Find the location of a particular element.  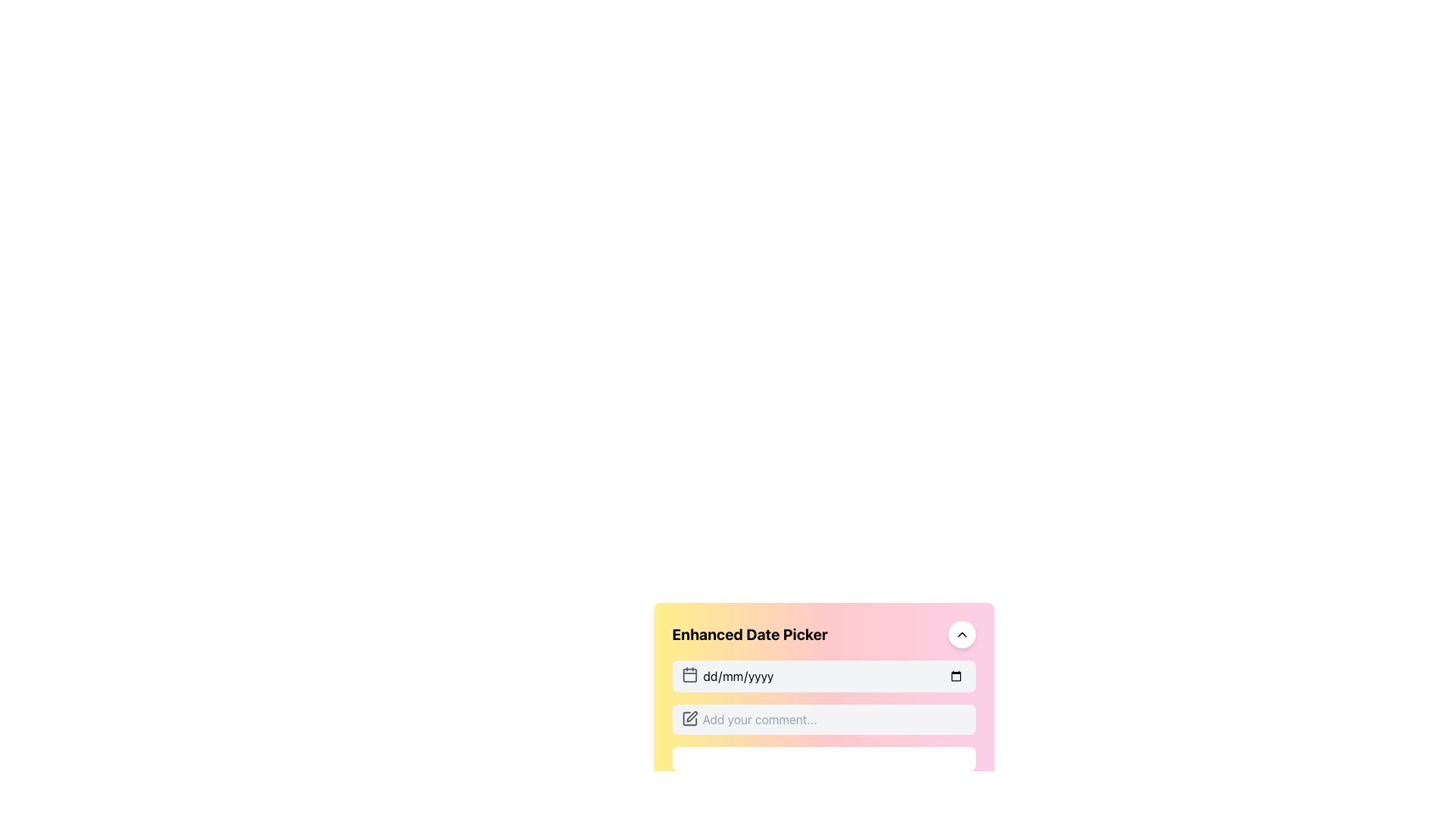

the upward-pointing chevron icon inside the white circular button in the top-right corner of the 'Enhanced Date Picker' panel is located at coordinates (961, 635).